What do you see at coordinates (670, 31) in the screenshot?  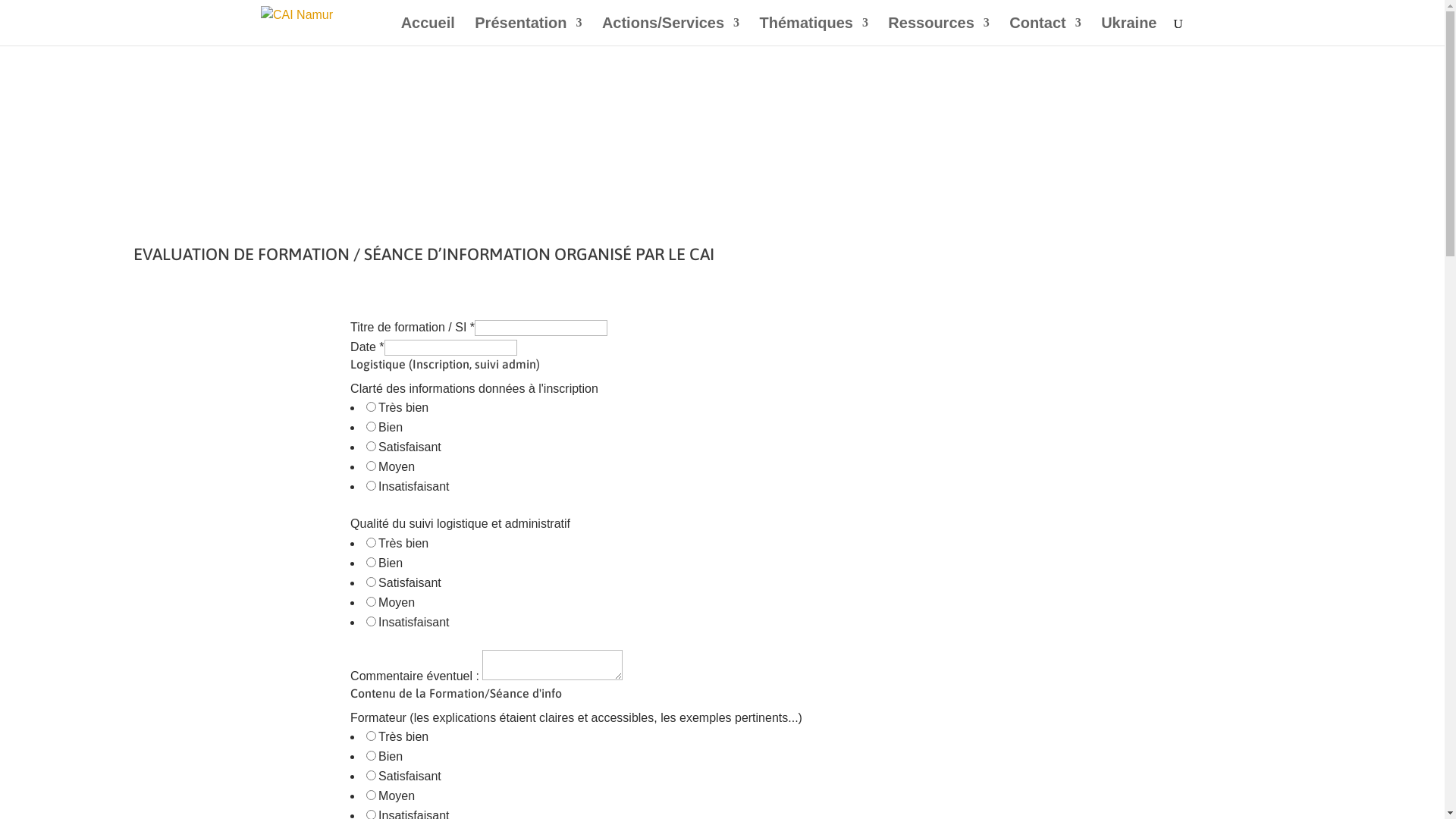 I see `'Actions/Services'` at bounding box center [670, 31].